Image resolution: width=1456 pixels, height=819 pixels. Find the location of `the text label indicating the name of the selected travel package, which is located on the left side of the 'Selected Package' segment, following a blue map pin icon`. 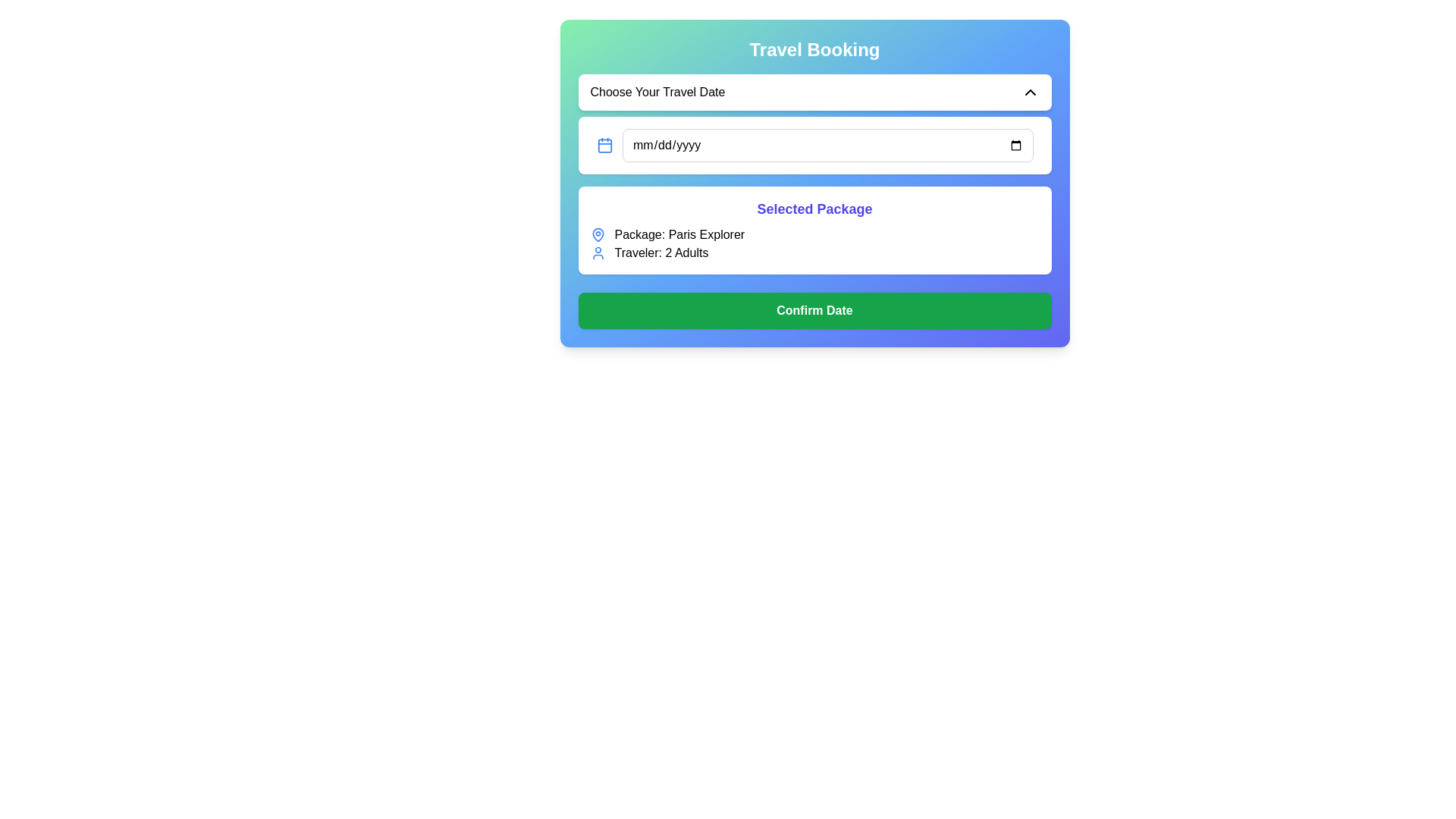

the text label indicating the name of the selected travel package, which is located on the left side of the 'Selected Package' segment, following a blue map pin icon is located at coordinates (679, 234).